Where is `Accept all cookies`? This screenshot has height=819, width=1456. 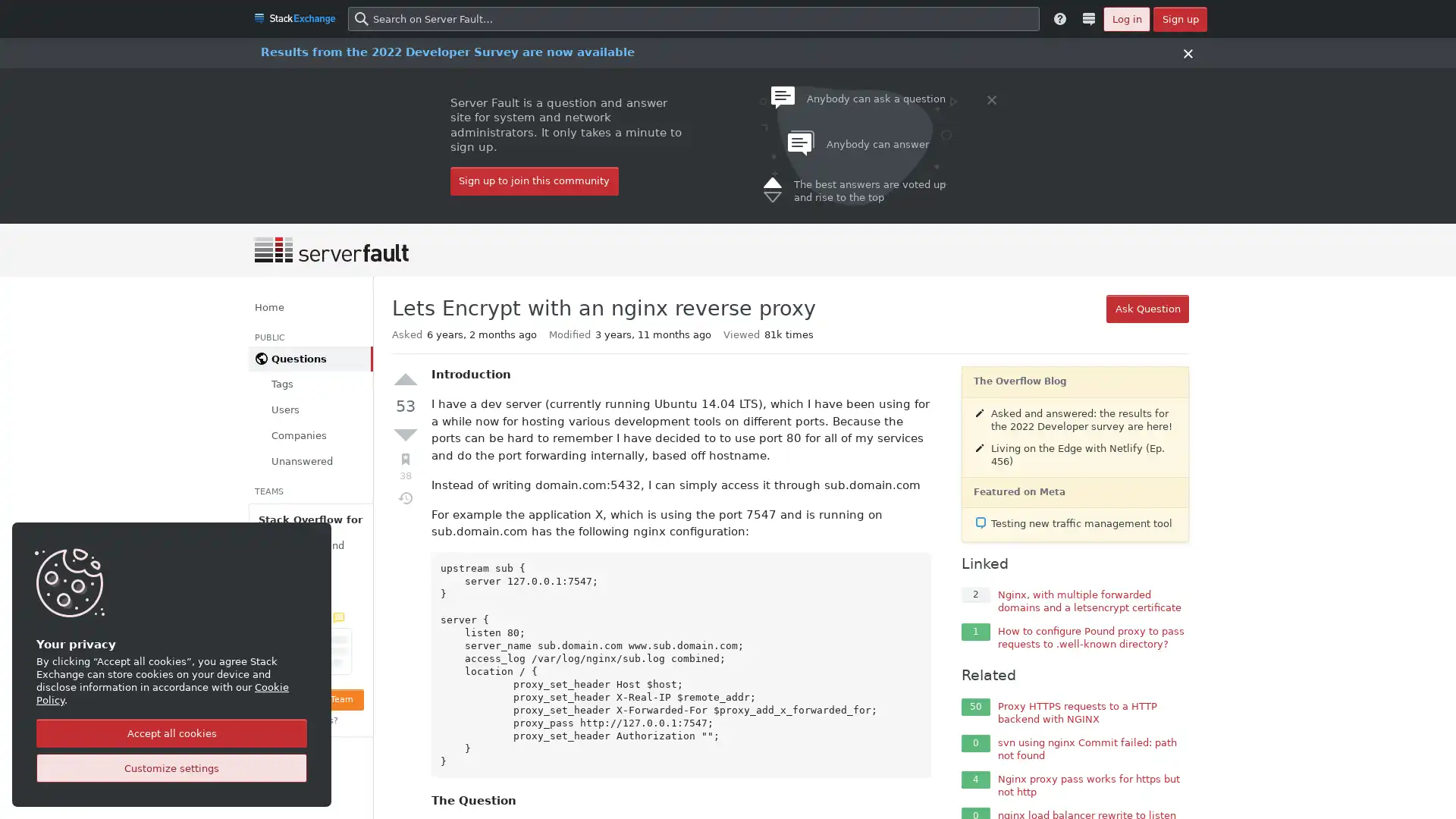 Accept all cookies is located at coordinates (171, 733).